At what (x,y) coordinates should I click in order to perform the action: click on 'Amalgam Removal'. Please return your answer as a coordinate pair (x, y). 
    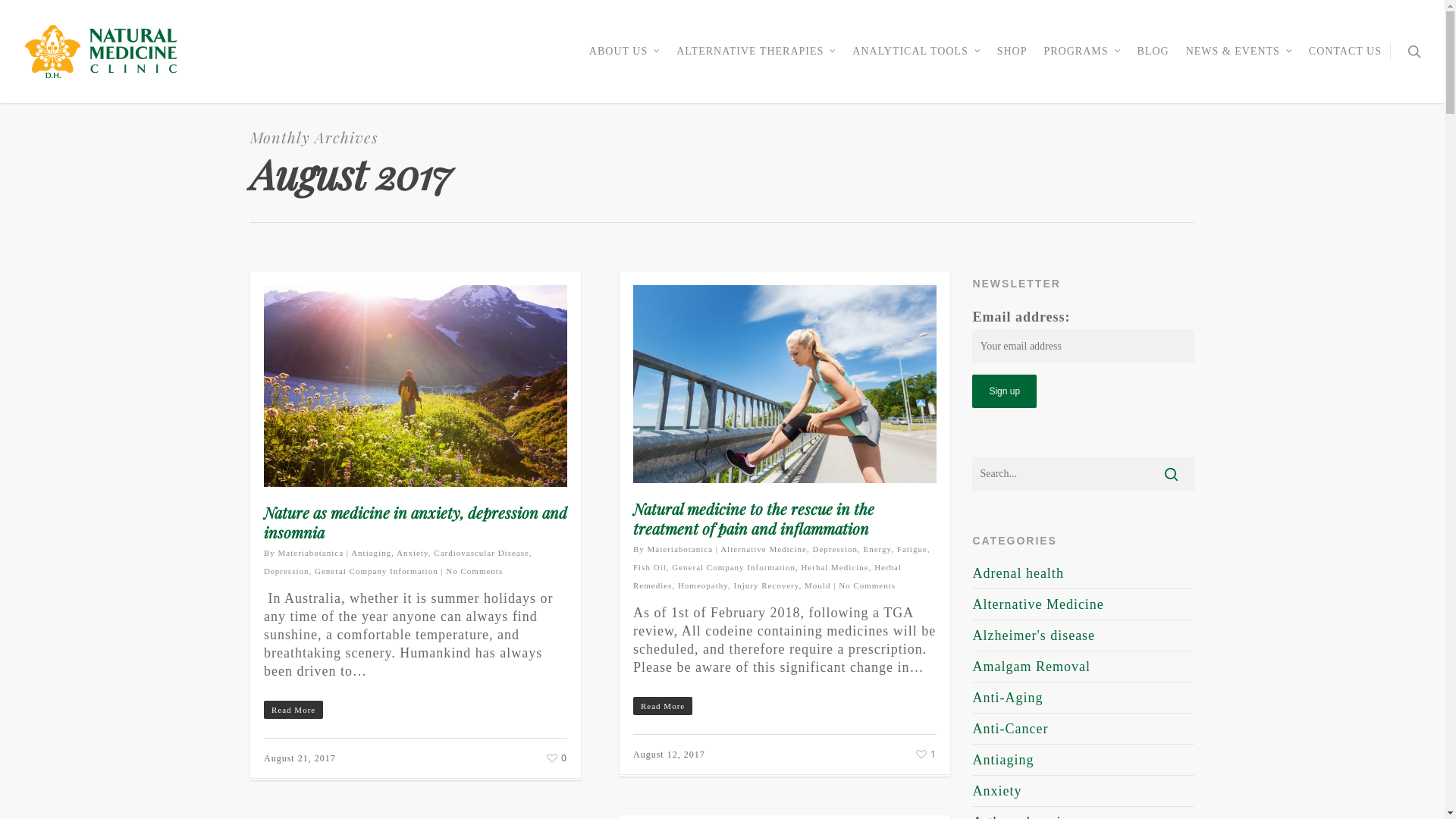
    Looking at the image, I should click on (1082, 666).